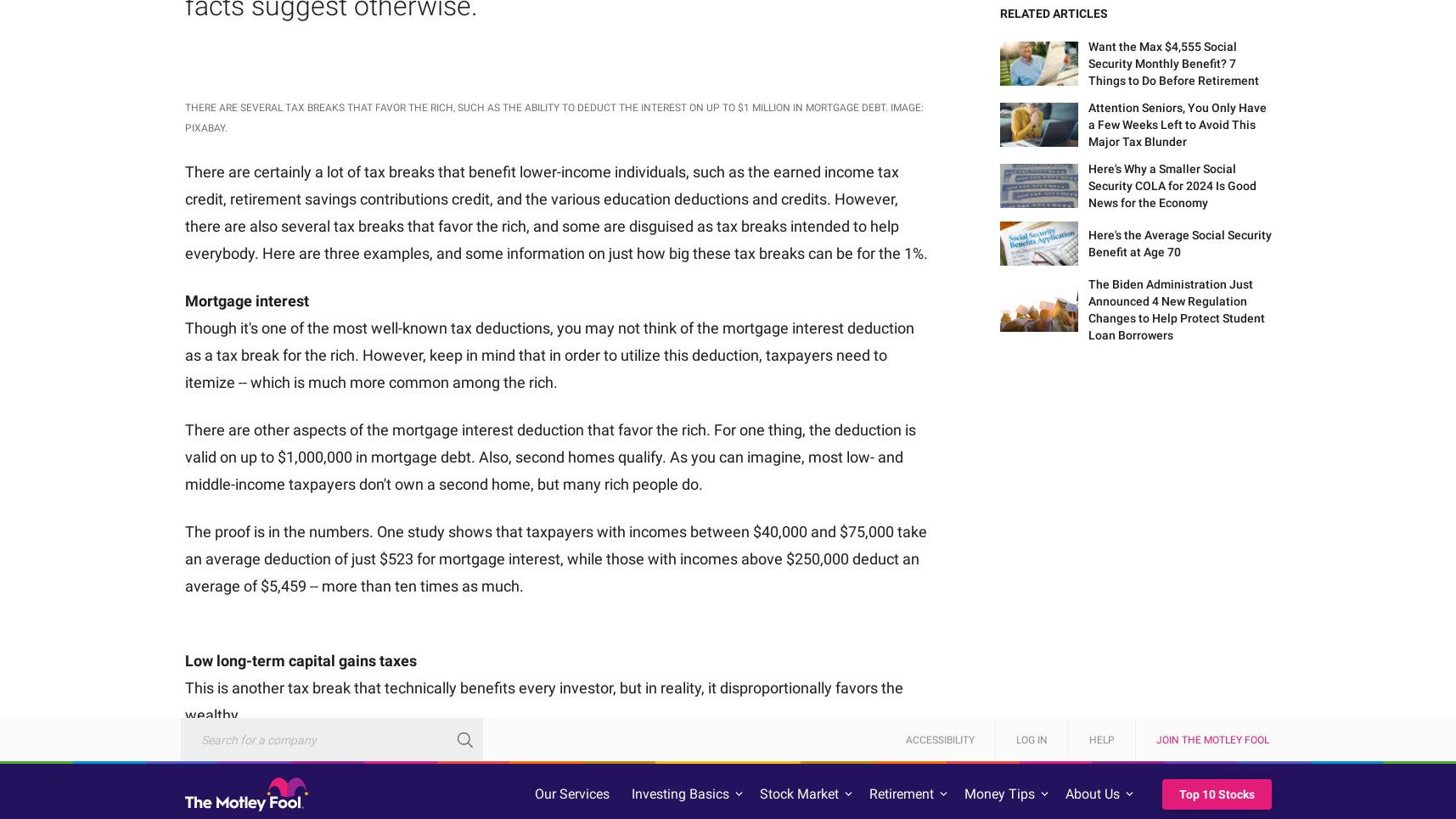 This screenshot has height=819, width=1456. I want to click on 'Motley Fool Ventures', so click(1175, 746).